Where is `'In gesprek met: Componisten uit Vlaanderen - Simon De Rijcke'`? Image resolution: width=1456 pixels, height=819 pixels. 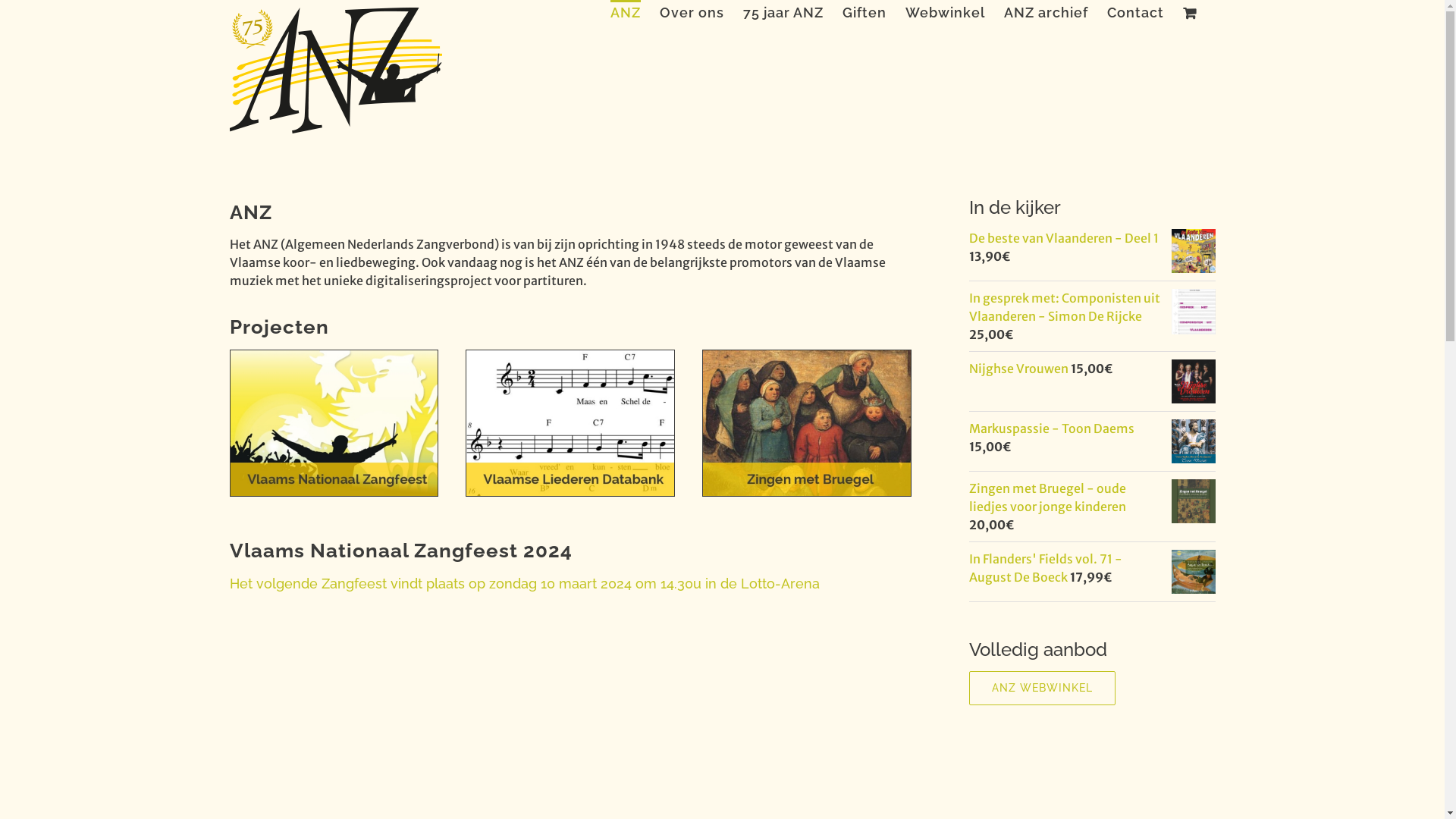
'In gesprek met: Componisten uit Vlaanderen - Simon De Rijcke' is located at coordinates (1063, 307).